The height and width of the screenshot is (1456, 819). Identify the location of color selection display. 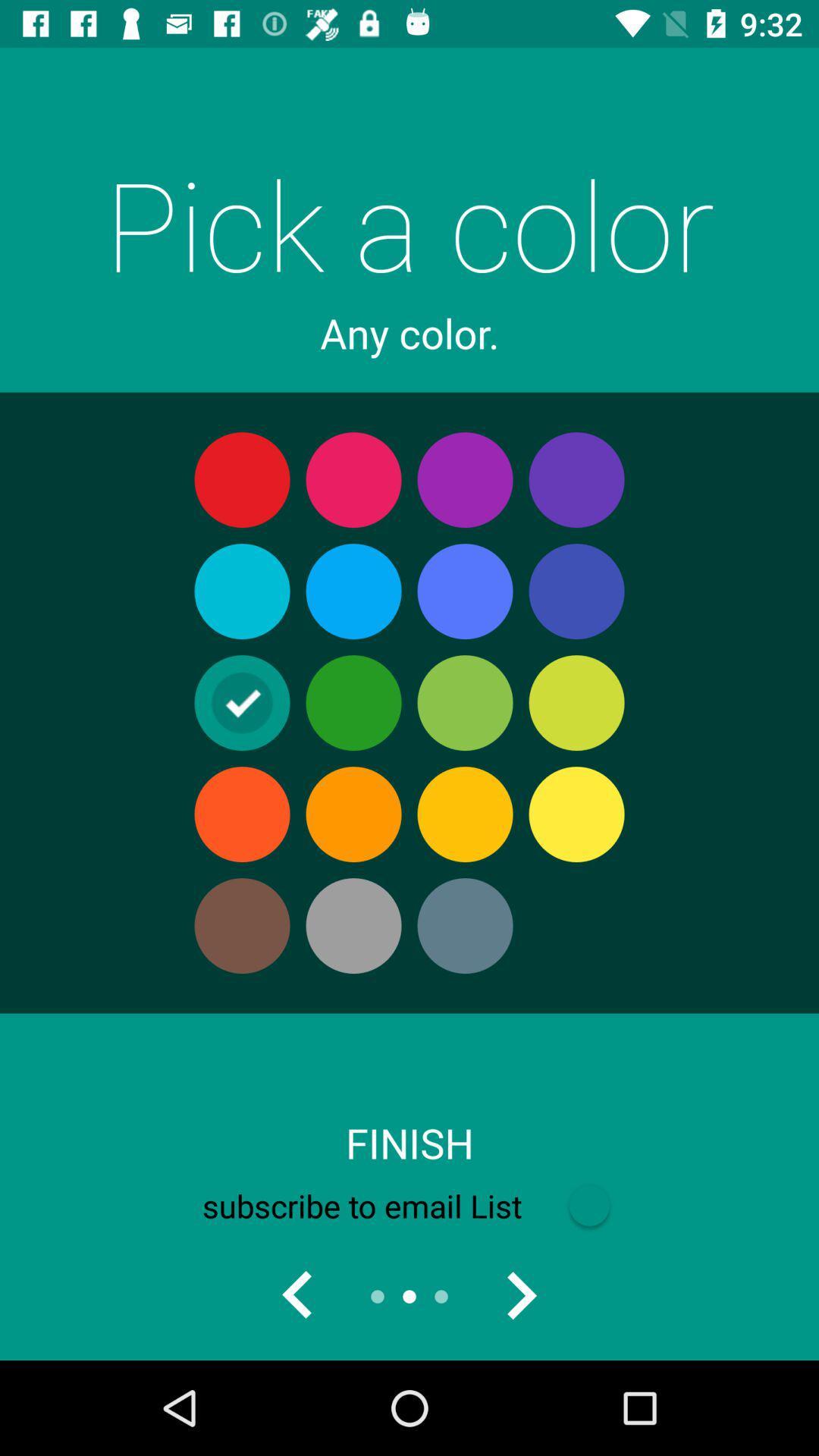
(519, 1295).